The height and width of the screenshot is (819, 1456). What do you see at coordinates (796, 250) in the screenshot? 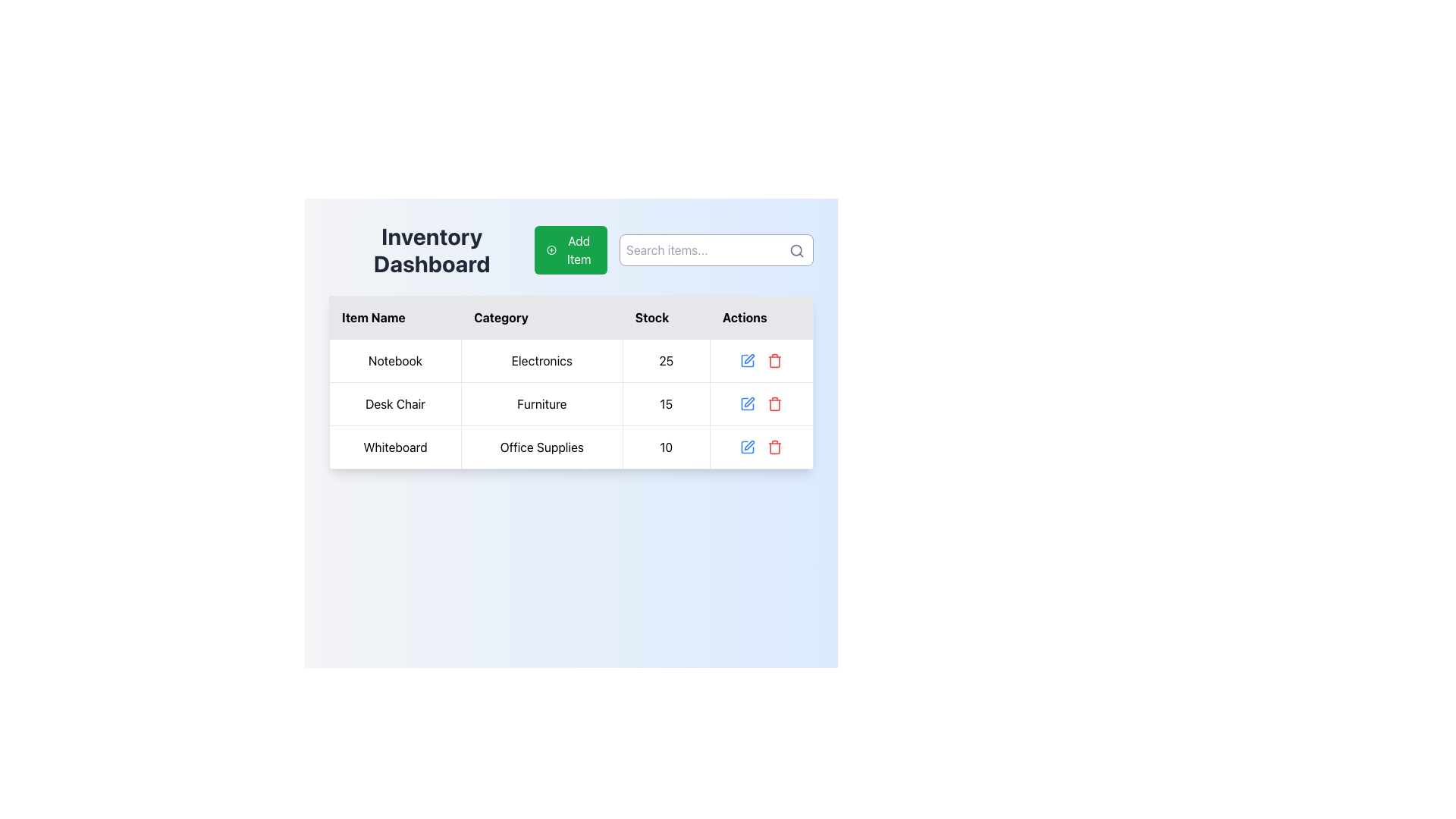
I see `the search icon, which is a small gray magnifying glass symbol located at the far right inside the search input field labeled 'Search items...'` at bounding box center [796, 250].